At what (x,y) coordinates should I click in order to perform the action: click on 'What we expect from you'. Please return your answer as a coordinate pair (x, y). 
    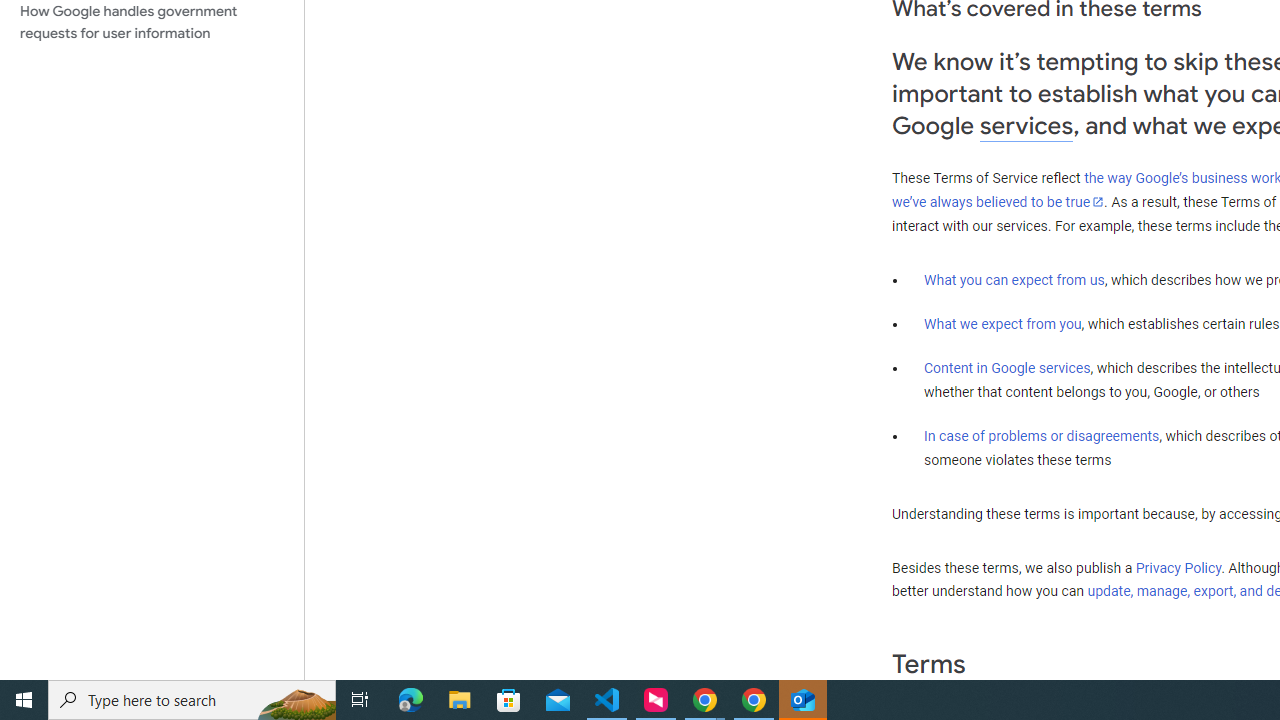
    Looking at the image, I should click on (1002, 323).